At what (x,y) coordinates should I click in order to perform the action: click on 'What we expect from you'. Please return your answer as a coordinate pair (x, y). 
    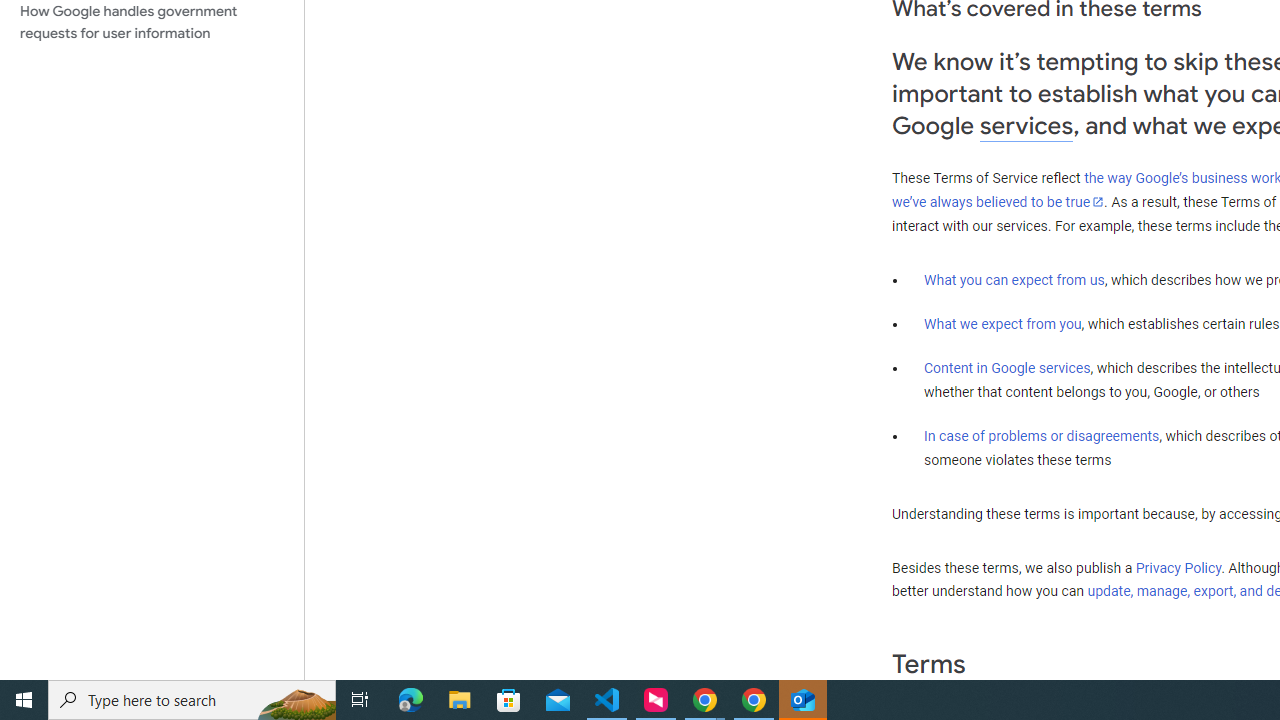
    Looking at the image, I should click on (1002, 323).